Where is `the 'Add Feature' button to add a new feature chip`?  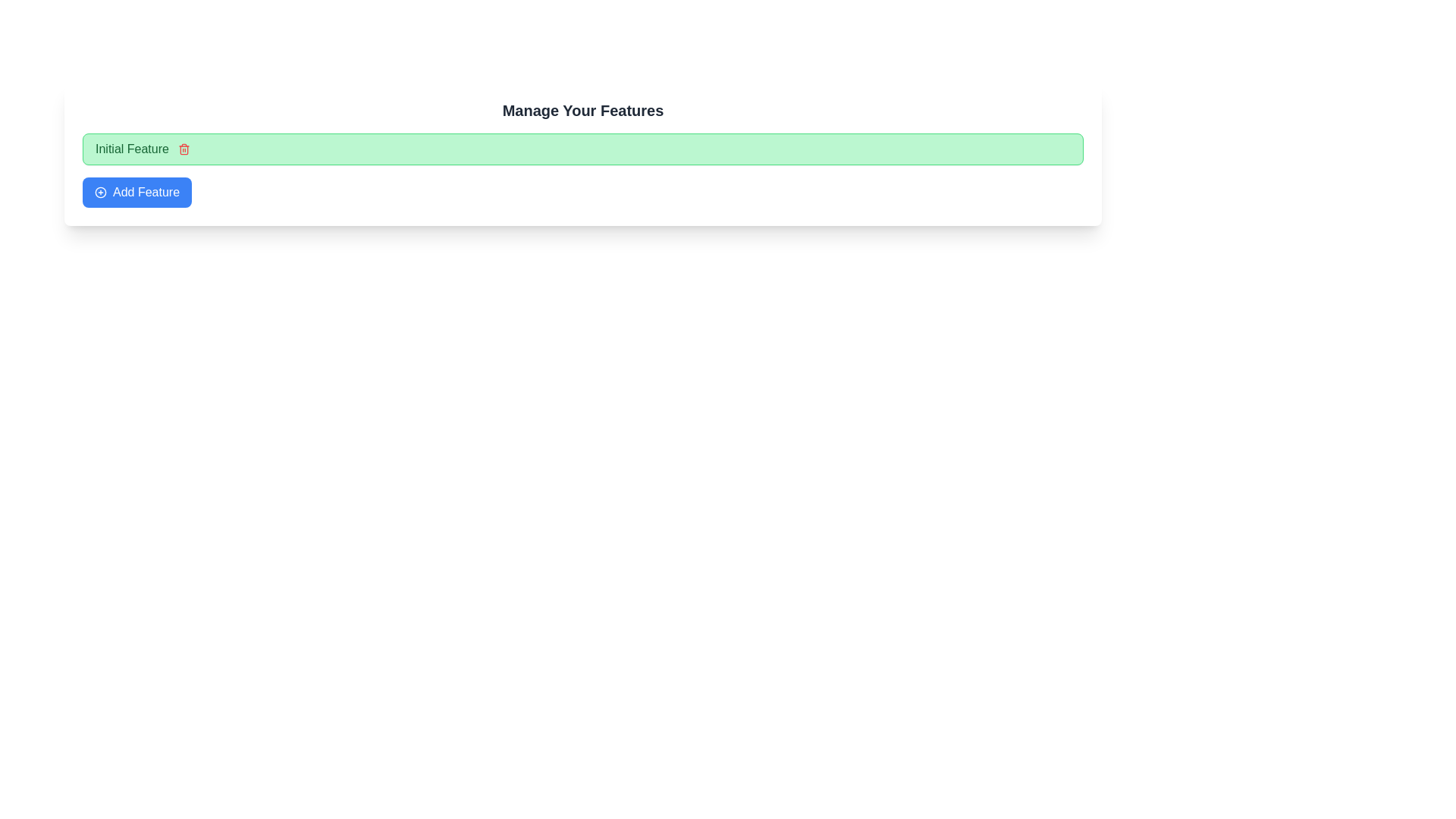
the 'Add Feature' button to add a new feature chip is located at coordinates (137, 192).